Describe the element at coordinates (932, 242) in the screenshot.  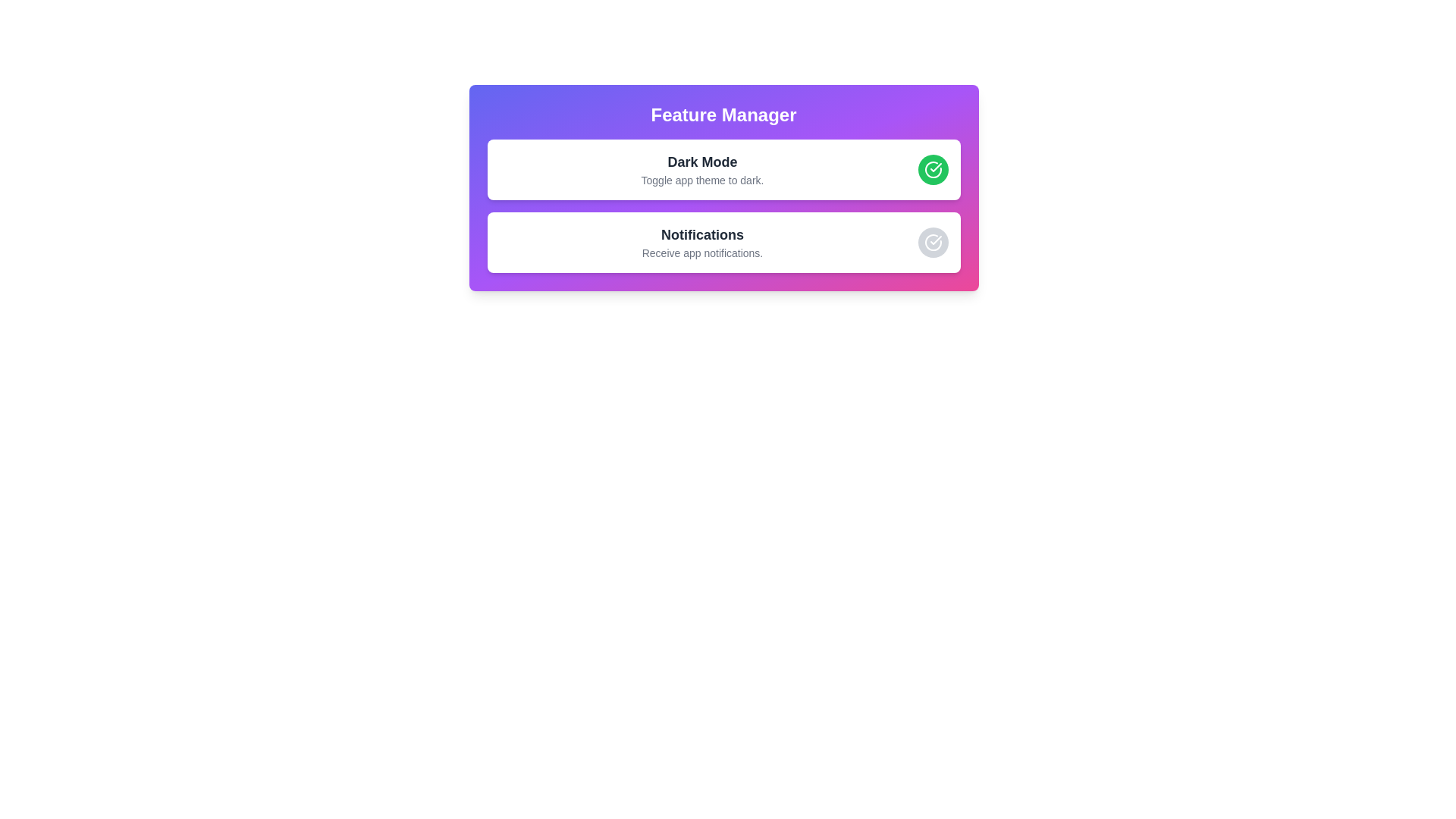
I see `the circular button with a gray background containing a white checkmark icon, located to the far right of the row labeled 'NotificationsReceive app notifications.'` at that location.